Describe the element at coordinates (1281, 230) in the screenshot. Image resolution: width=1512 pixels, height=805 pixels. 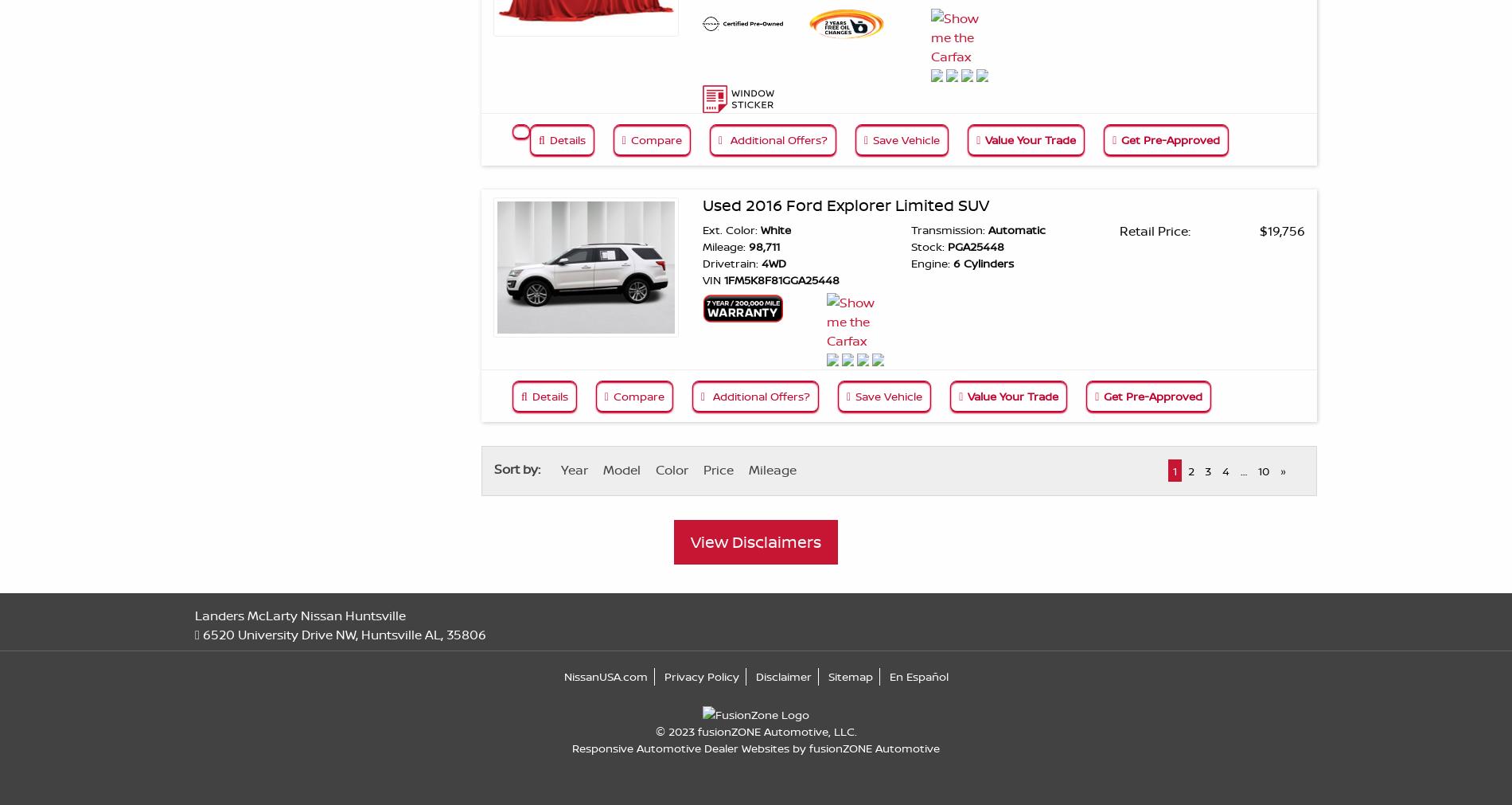
I see `'$19,756'` at that location.